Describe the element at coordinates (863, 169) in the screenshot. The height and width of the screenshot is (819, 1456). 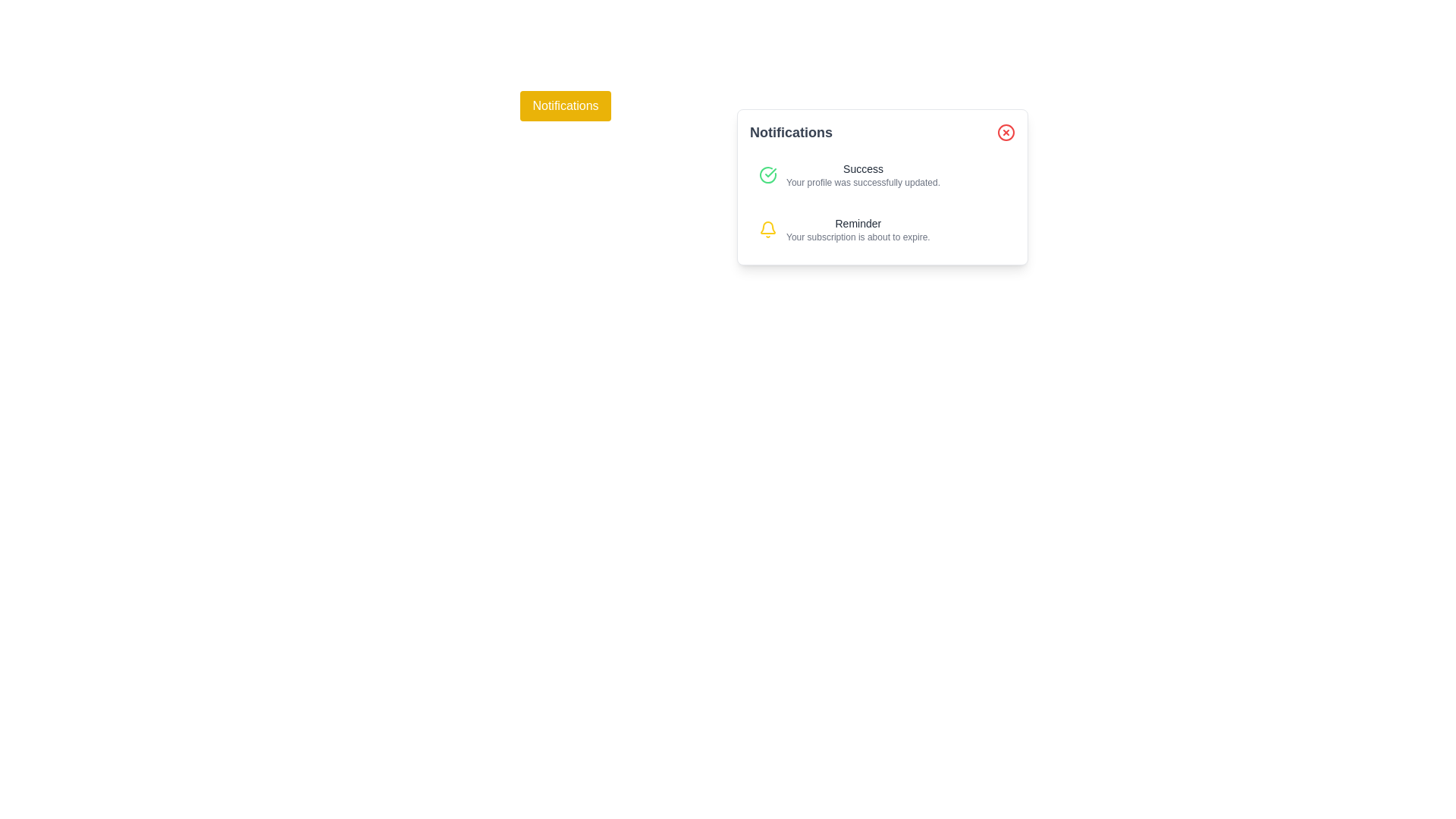
I see `text label displaying 'Success' which is positioned prominently above the line 'Your profile was successfully updated.' in a notification box` at that location.